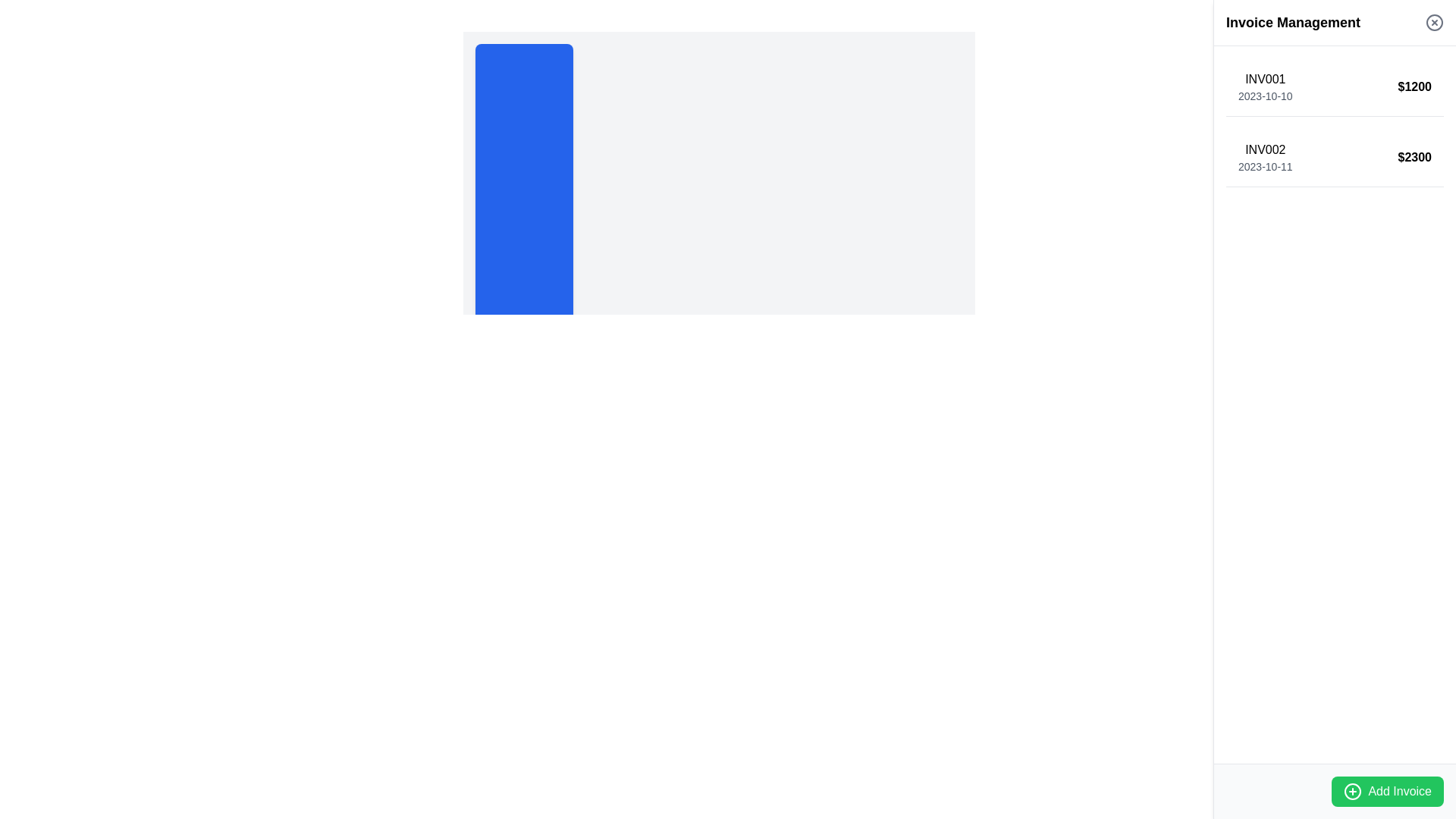 The image size is (1456, 819). I want to click on the Text label element showing 'INV002' and '2023-10-11', which is the second entry in the list on the right-hand side of the interface, so click(1265, 158).